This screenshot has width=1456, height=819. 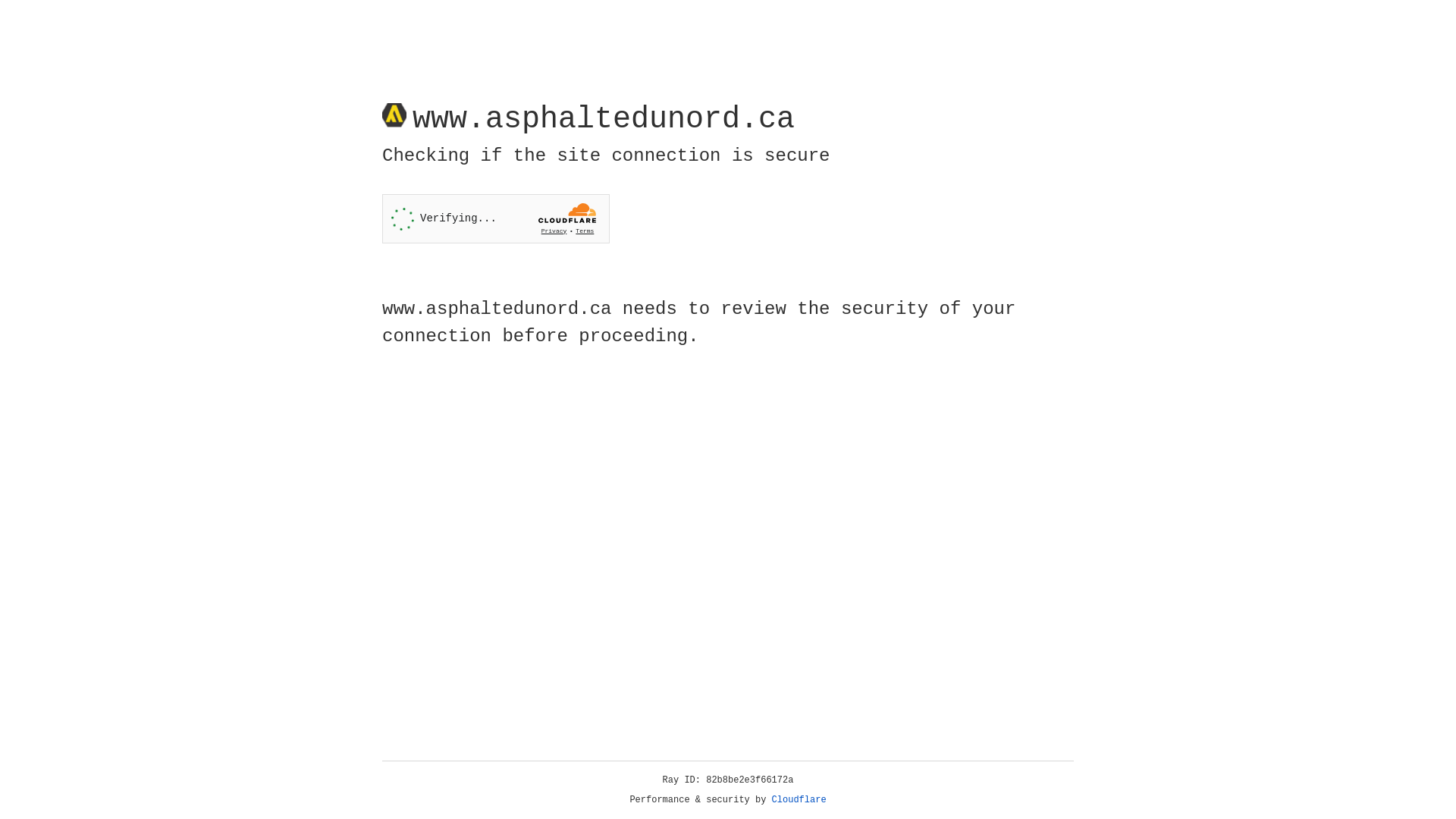 I want to click on 'Cloudflare', so click(x=799, y=799).